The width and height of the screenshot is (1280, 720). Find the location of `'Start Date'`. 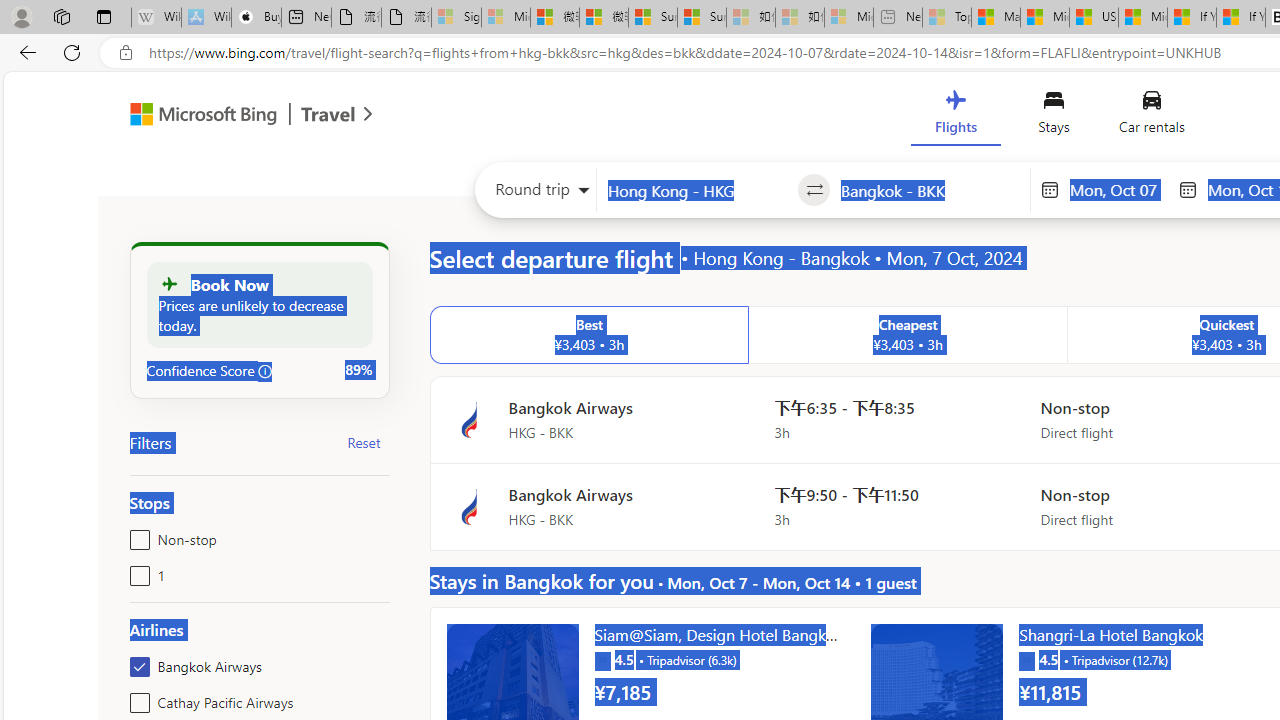

'Start Date' is located at coordinates (1117, 189).